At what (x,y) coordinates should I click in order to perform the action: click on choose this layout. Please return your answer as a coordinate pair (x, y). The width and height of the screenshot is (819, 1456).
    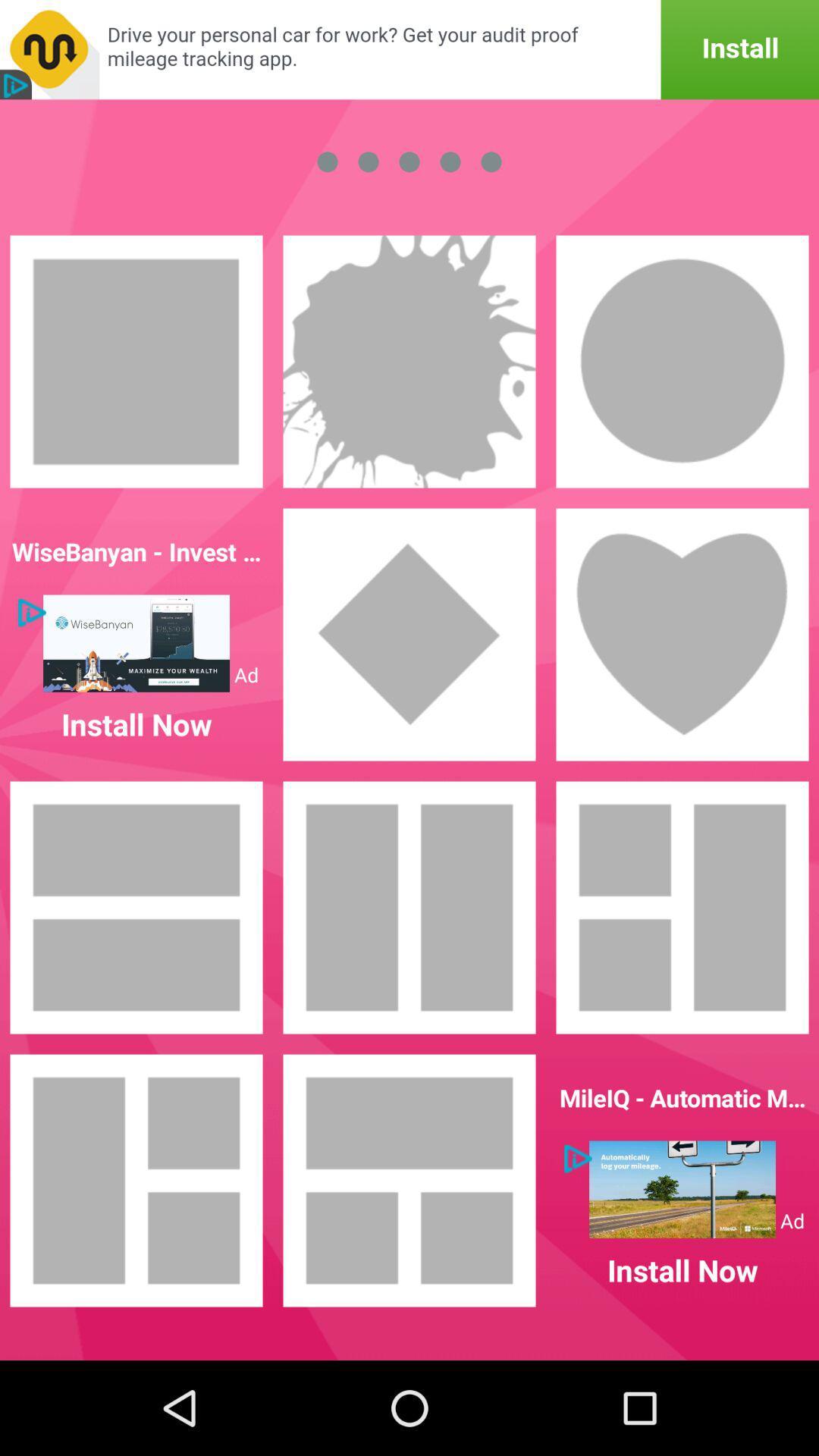
    Looking at the image, I should click on (681, 907).